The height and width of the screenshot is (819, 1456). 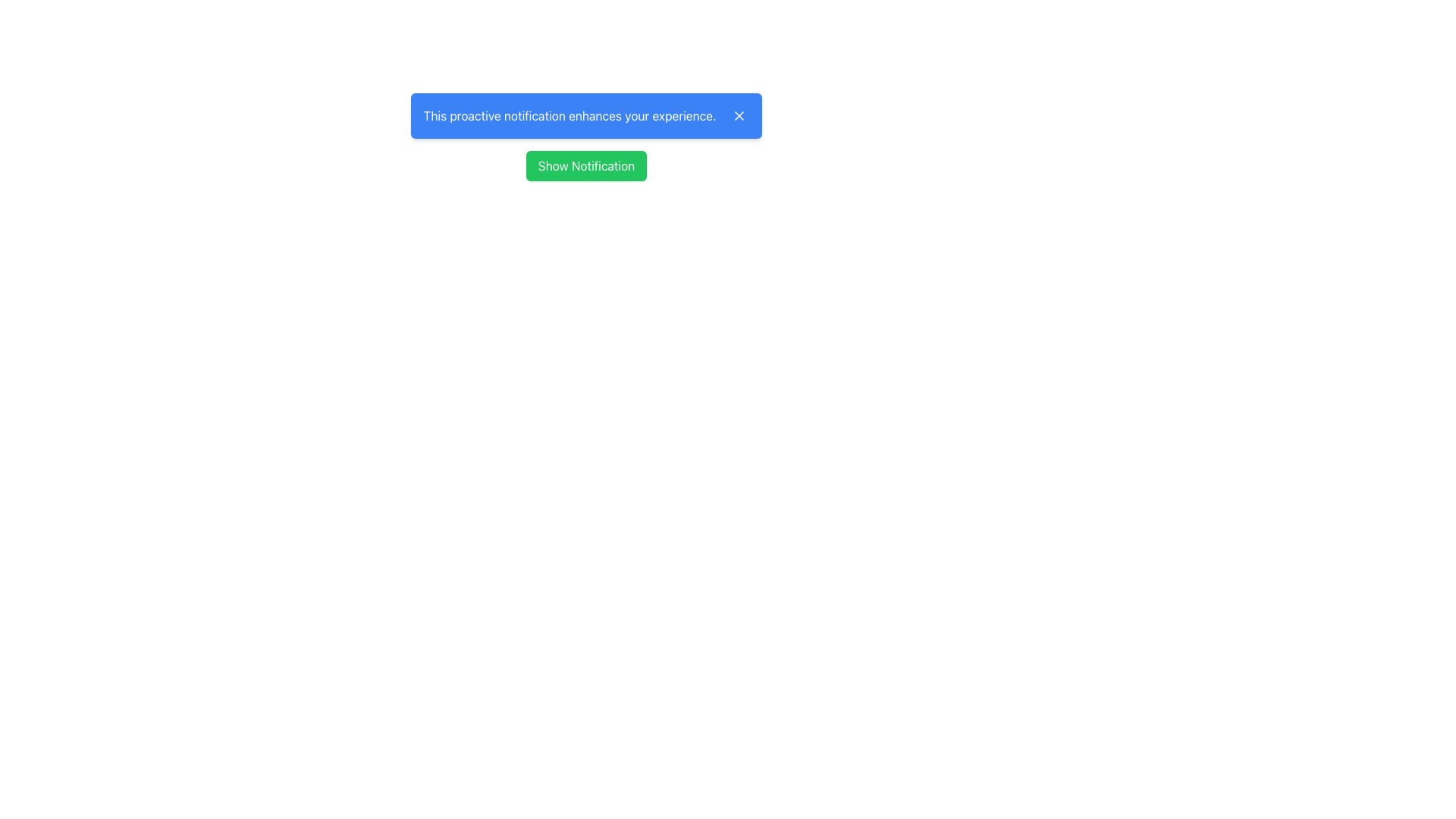 What do you see at coordinates (585, 166) in the screenshot?
I see `the button located below the blue notification panel` at bounding box center [585, 166].